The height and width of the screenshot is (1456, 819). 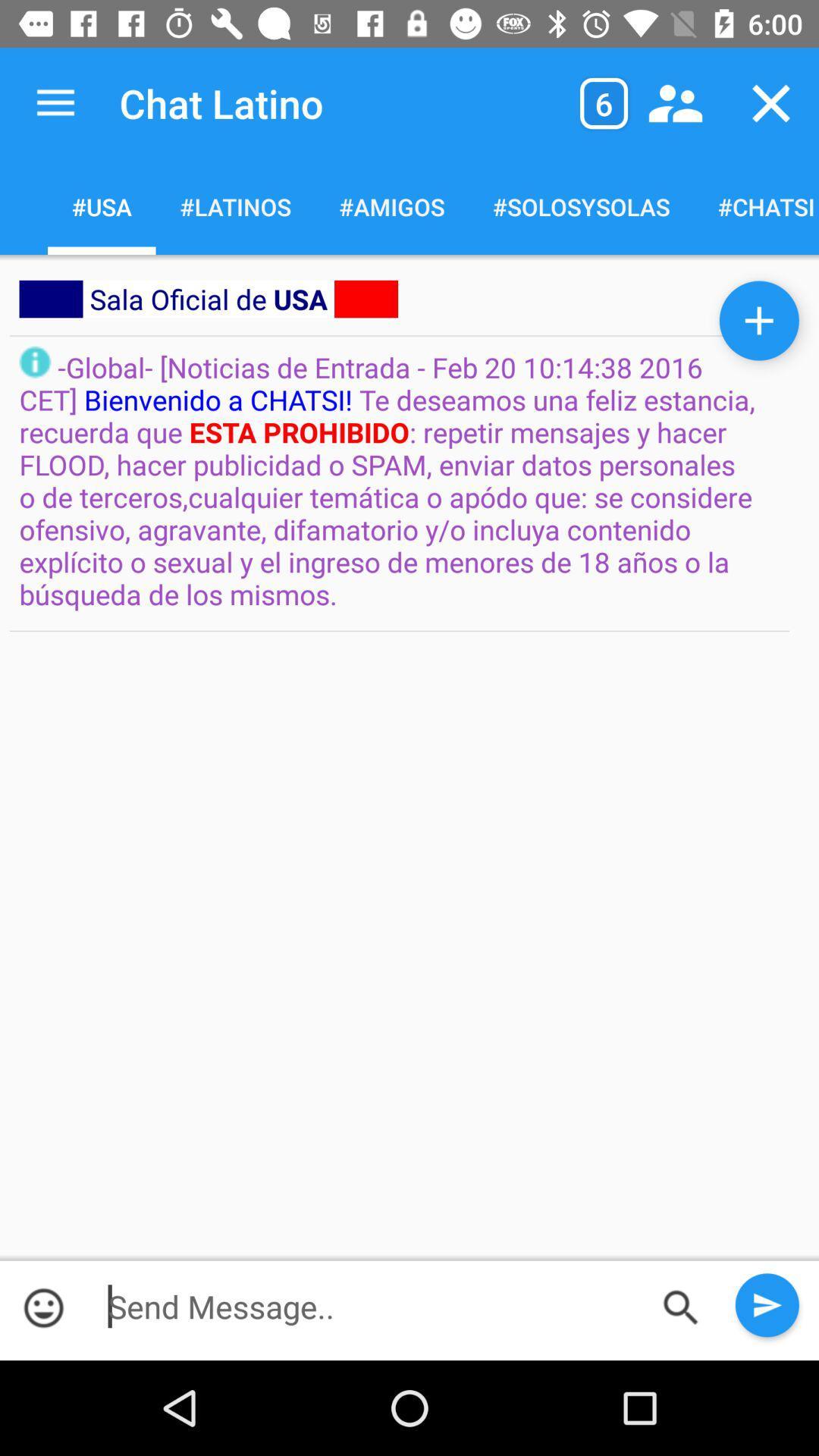 I want to click on 6, so click(x=603, y=102).